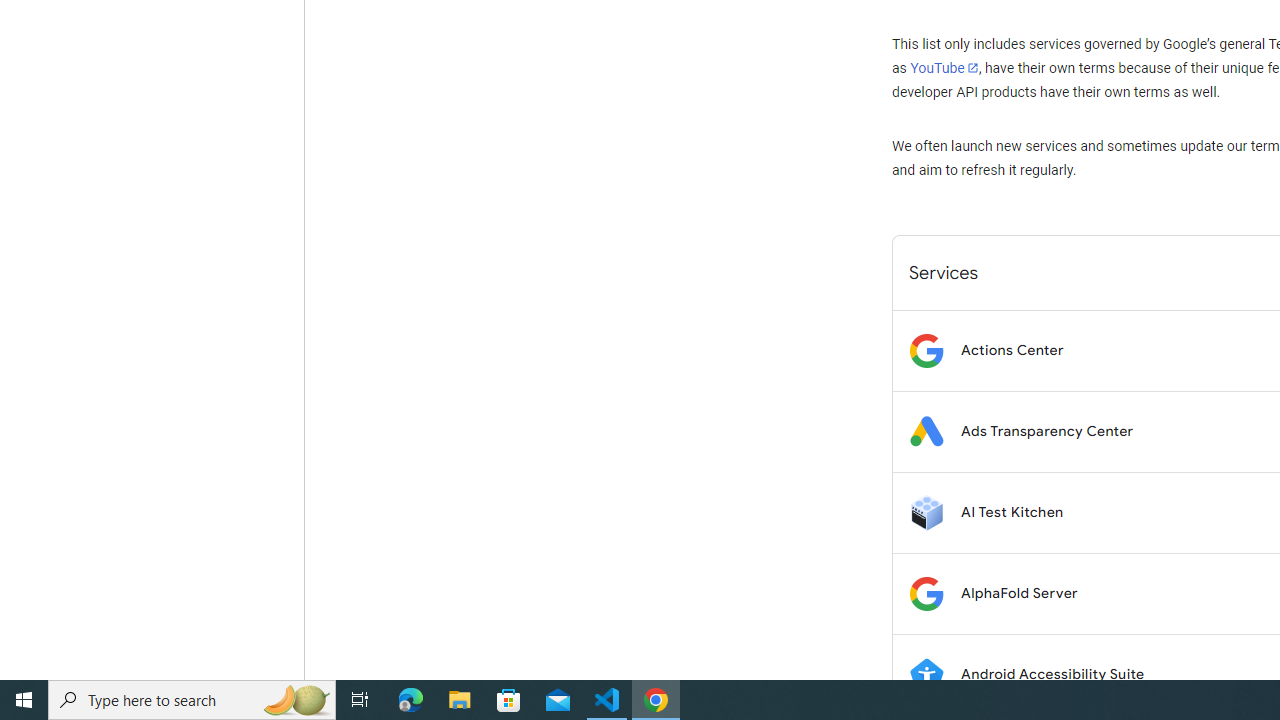 The image size is (1280, 720). Describe the element at coordinates (943, 67) in the screenshot. I see `'YouTube'` at that location.